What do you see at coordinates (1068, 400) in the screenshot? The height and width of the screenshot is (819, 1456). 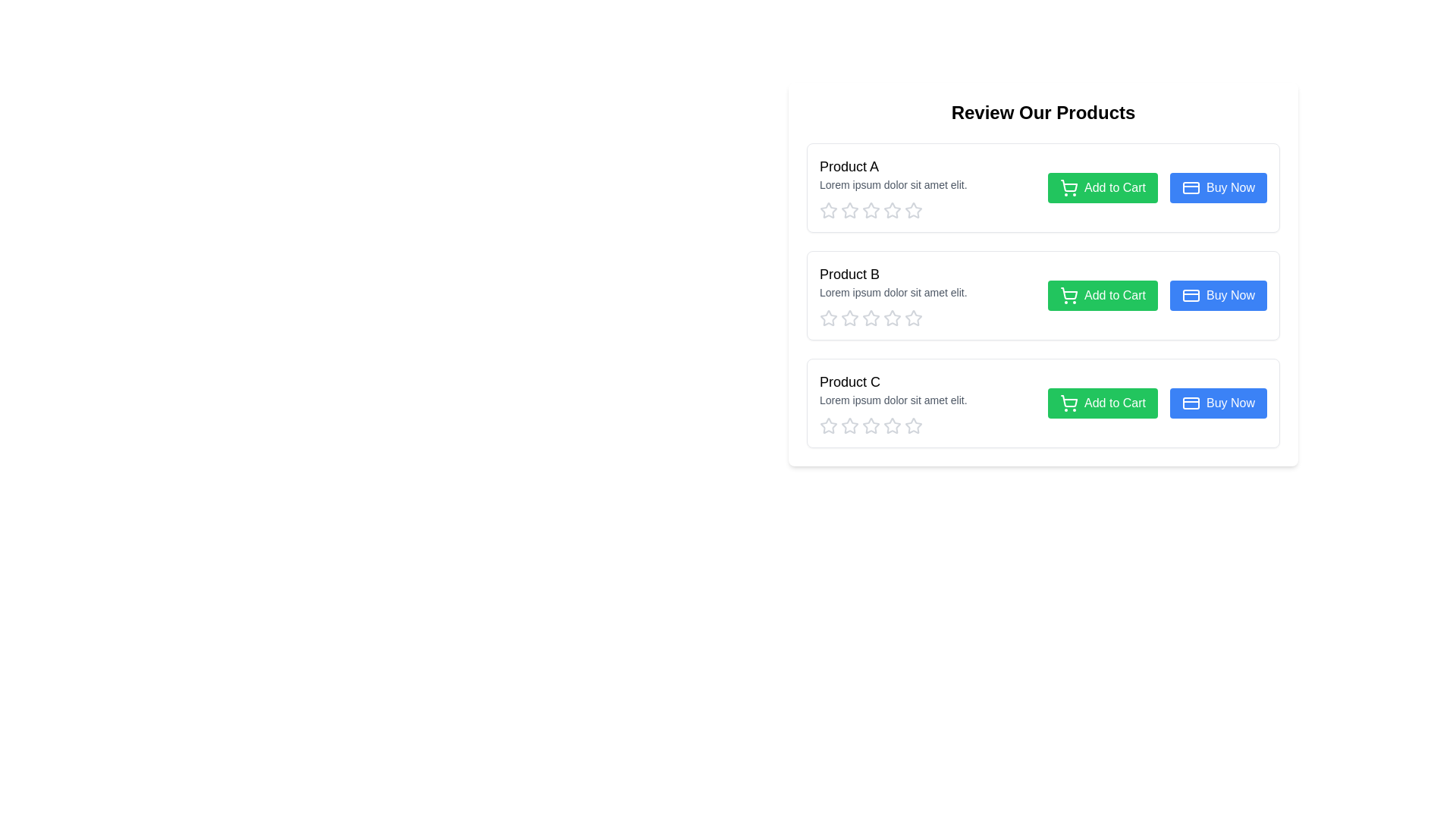 I see `the shopping cart icon within the 'Add to Cart' button next to 'Product C' to interact with the button` at bounding box center [1068, 400].